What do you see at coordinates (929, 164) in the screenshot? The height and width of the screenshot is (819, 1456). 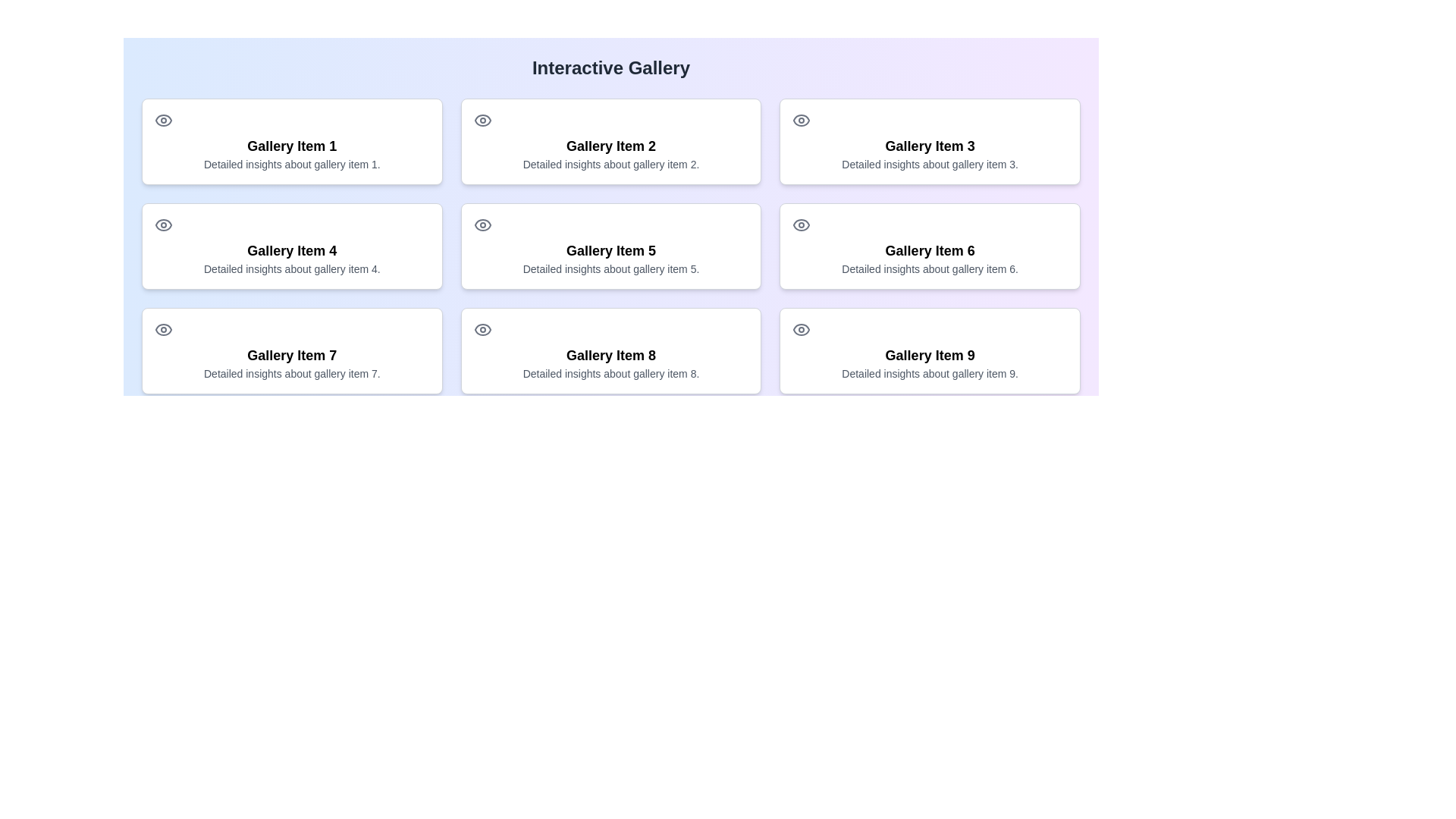 I see `the text label providing supplementary information for 'Gallery Item 3', located in the third card of the first row in a 3x3 grid layout` at bounding box center [929, 164].